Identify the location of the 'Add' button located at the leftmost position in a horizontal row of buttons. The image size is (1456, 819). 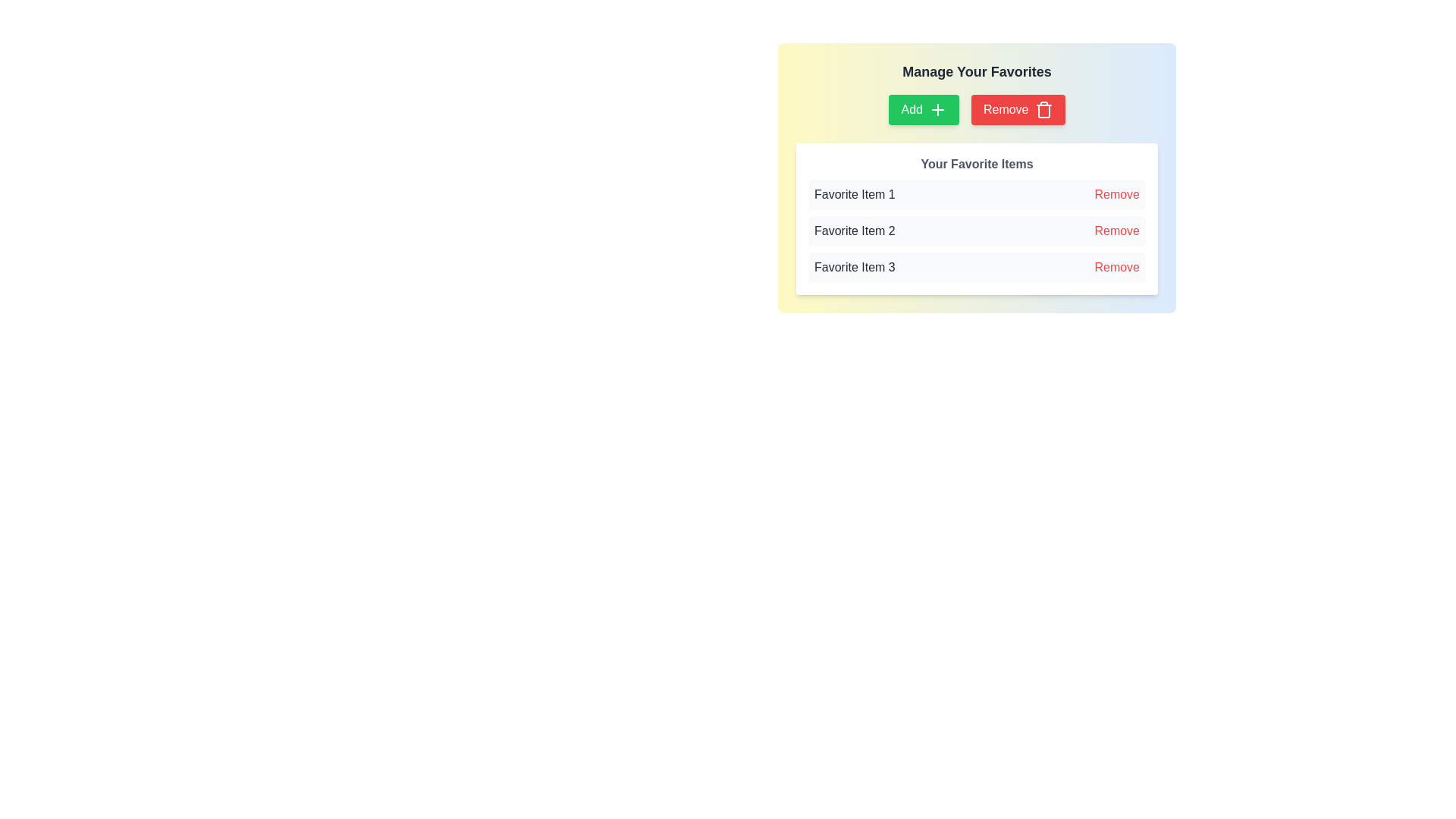
(923, 109).